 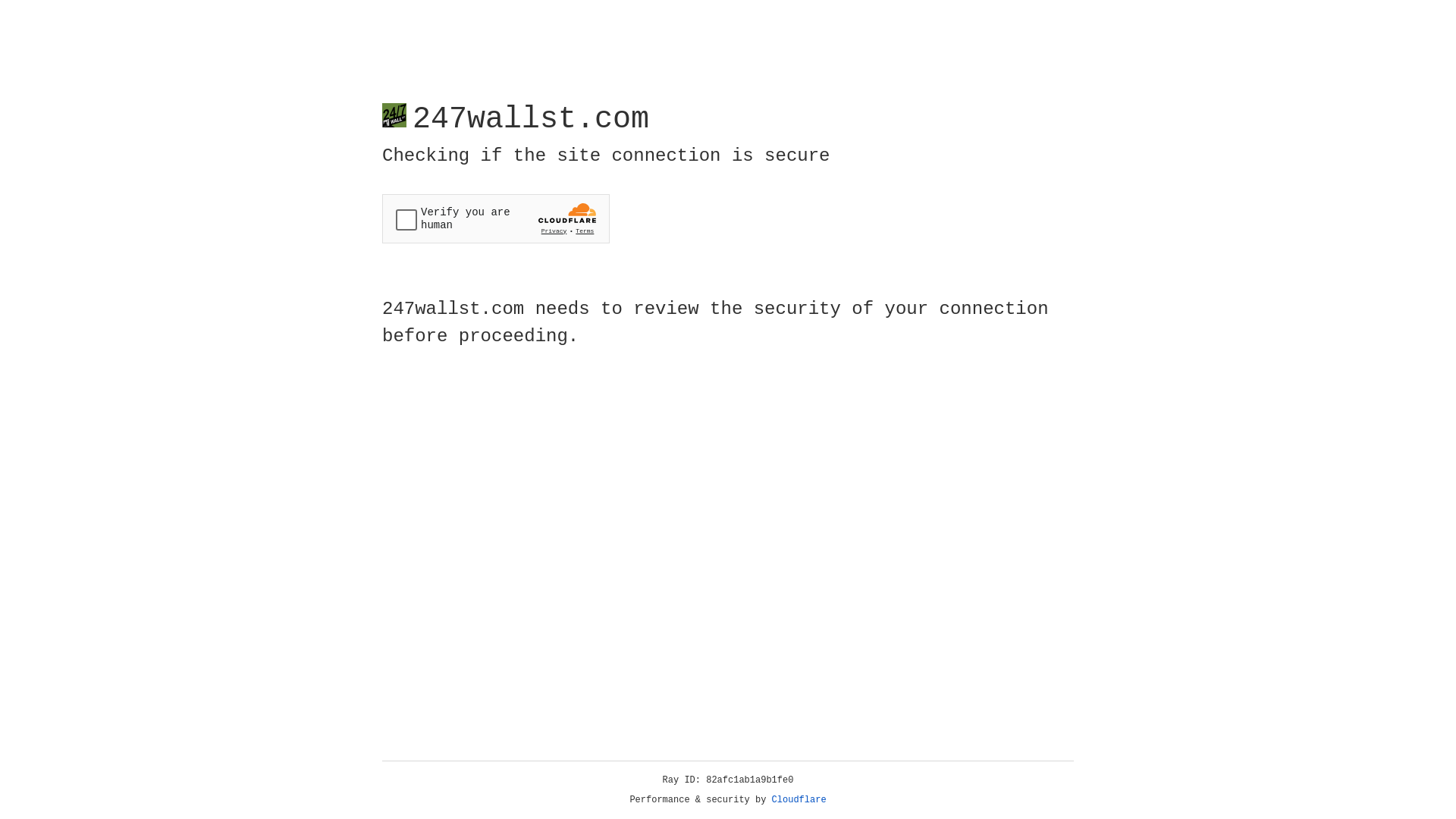 What do you see at coordinates (799, 799) in the screenshot?
I see `'Cloudflare'` at bounding box center [799, 799].